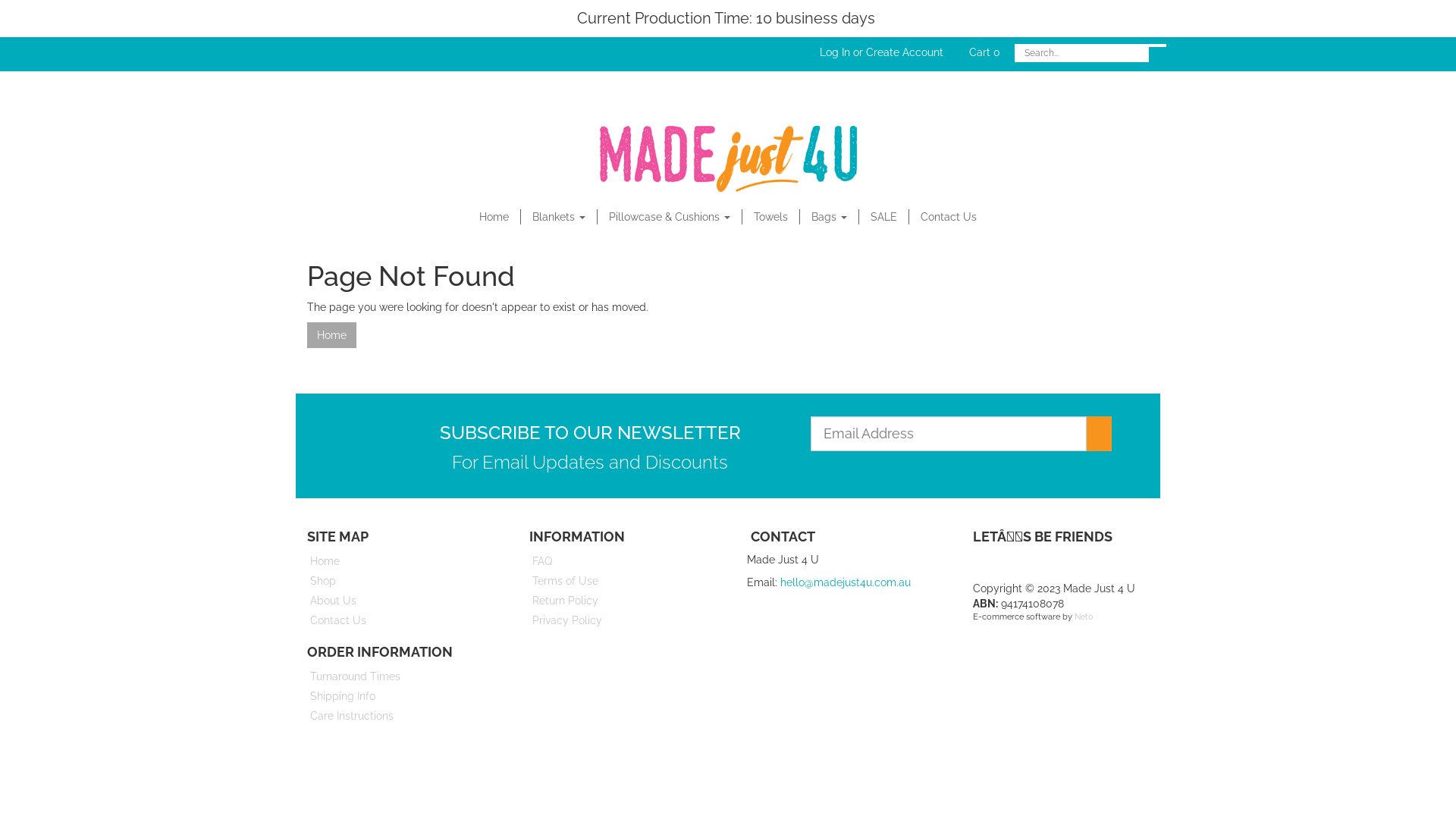 The width and height of the screenshot is (1456, 819). I want to click on 'FAQ', so click(516, 561).